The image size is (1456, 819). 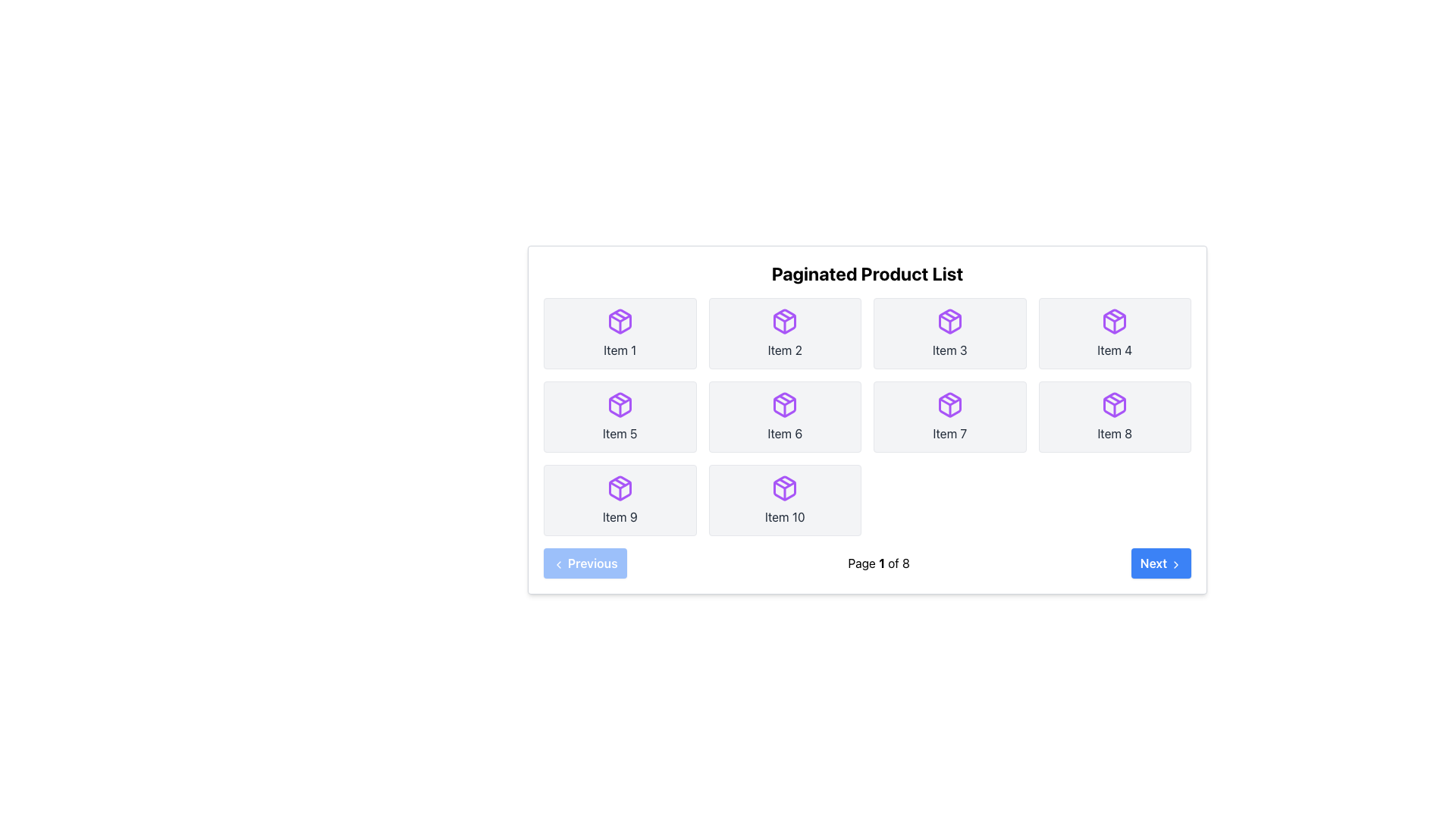 I want to click on the icon representing an item entry located in the third position of the first row of a grid layout, so click(x=949, y=321).